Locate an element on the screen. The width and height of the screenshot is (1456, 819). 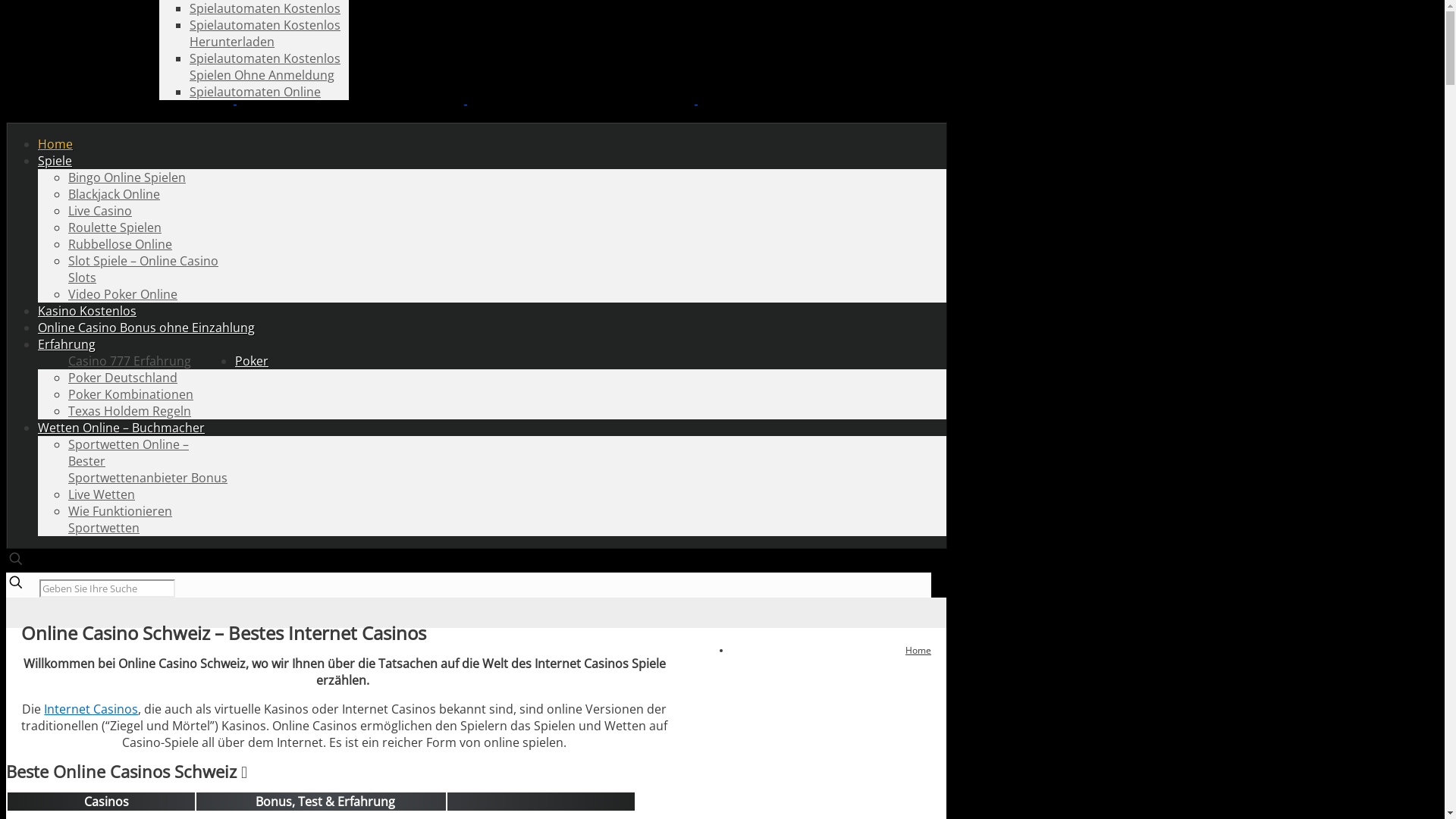
'Texas Holdem Regeln' is located at coordinates (130, 411).